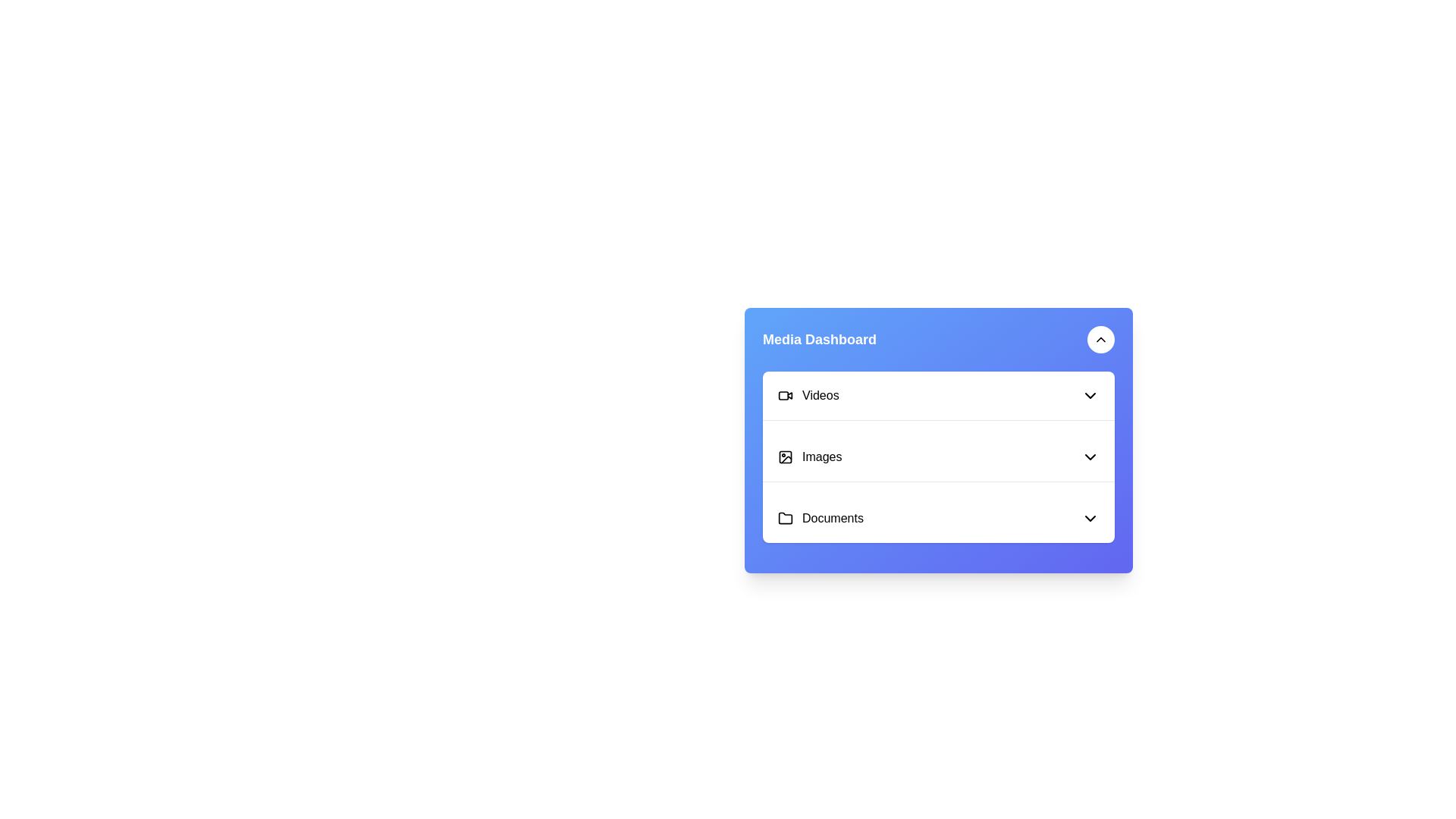 The image size is (1456, 819). Describe the element at coordinates (786, 394) in the screenshot. I see `the decorative icon that represents the 'Videos' category in the media dashboard, which is located to the left of the text 'Videos'` at that location.